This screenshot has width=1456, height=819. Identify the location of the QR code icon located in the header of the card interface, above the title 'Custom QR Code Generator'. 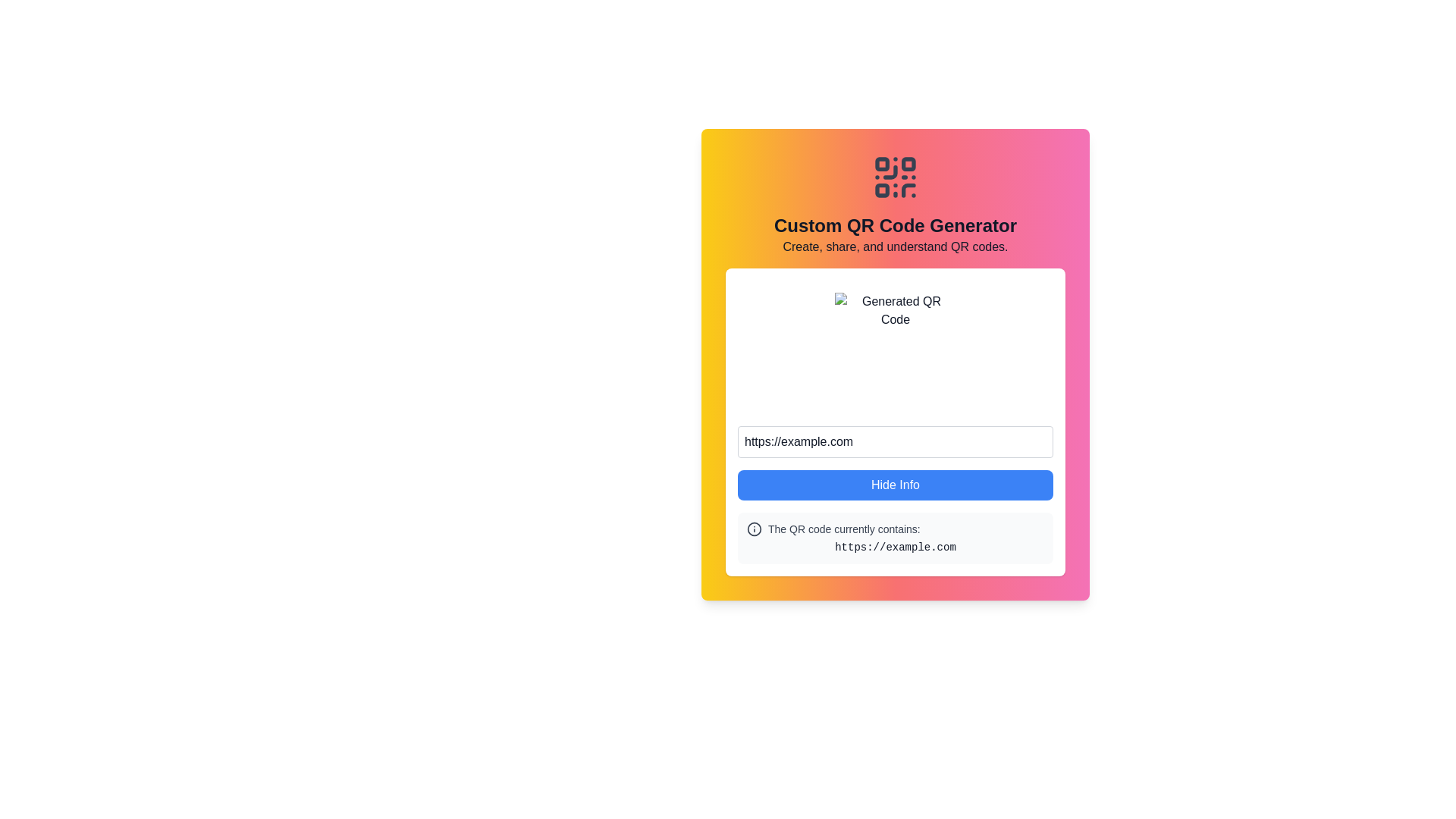
(895, 177).